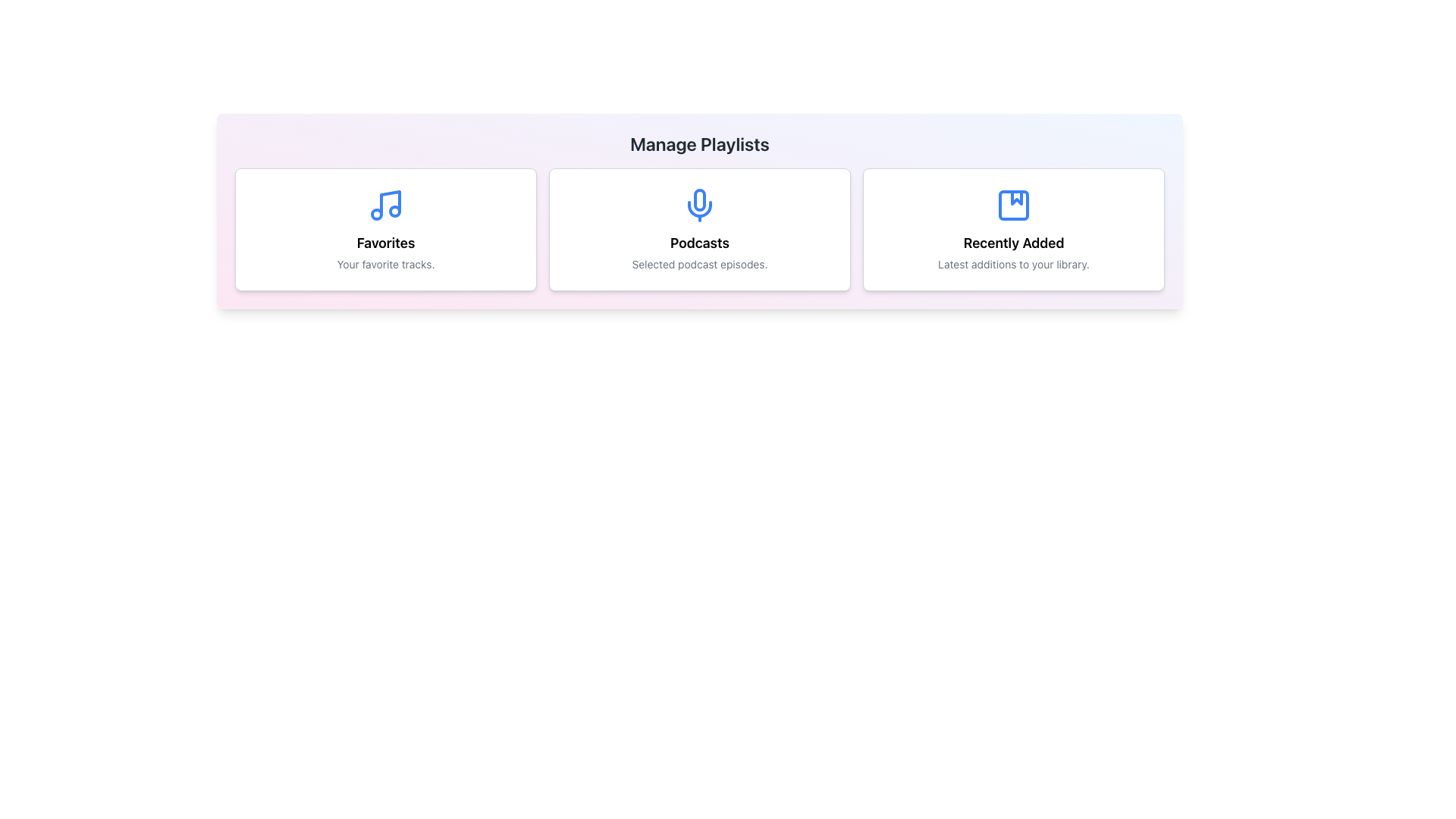 This screenshot has height=819, width=1456. Describe the element at coordinates (1014, 230) in the screenshot. I see `the 'Recently Added' button, characterized by its white background, blue album icon, and bold title` at that location.